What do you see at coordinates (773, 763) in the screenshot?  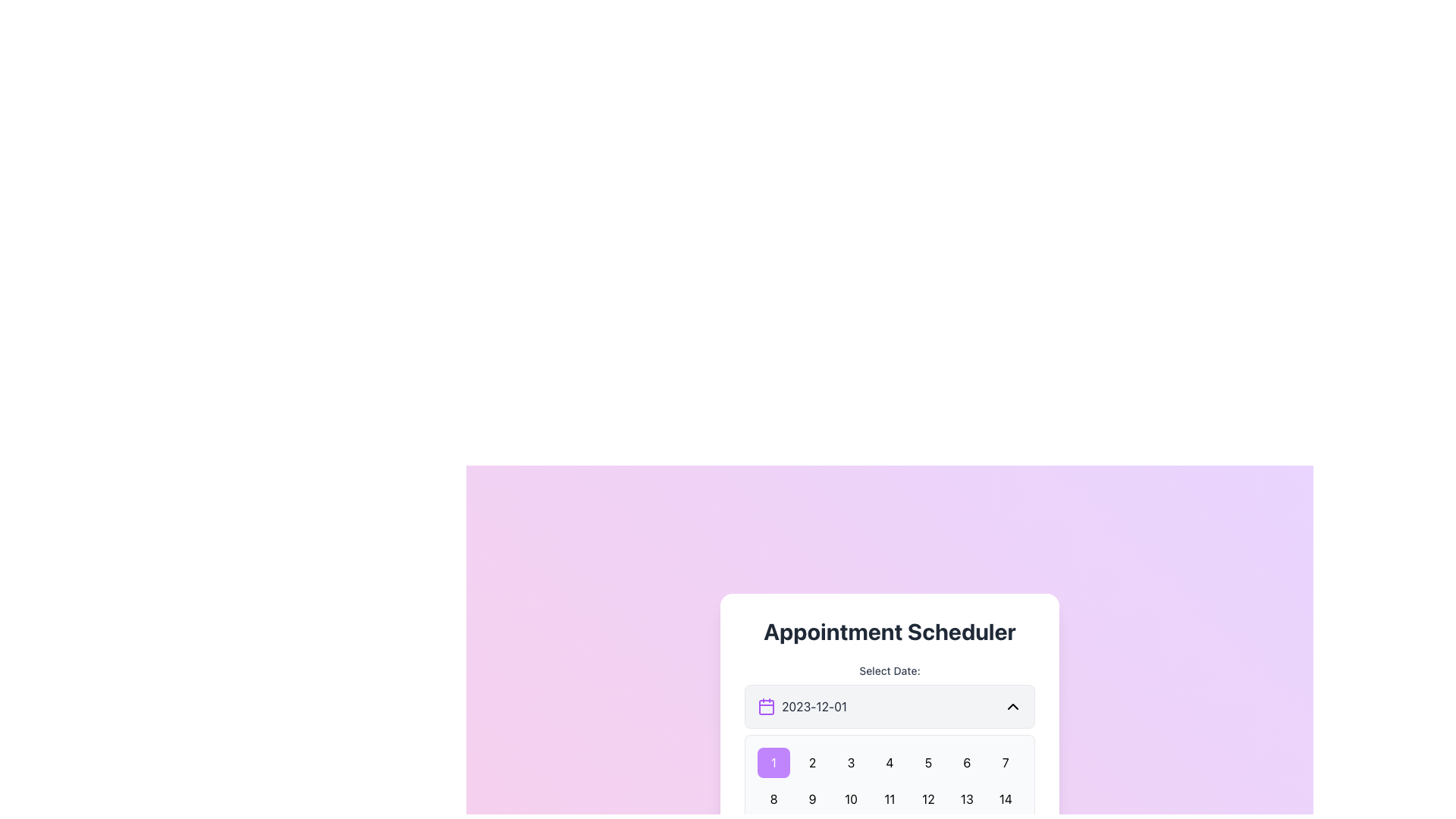 I see `the first button in the top-left corner of the calendar interface, which allows users to select the first day` at bounding box center [773, 763].